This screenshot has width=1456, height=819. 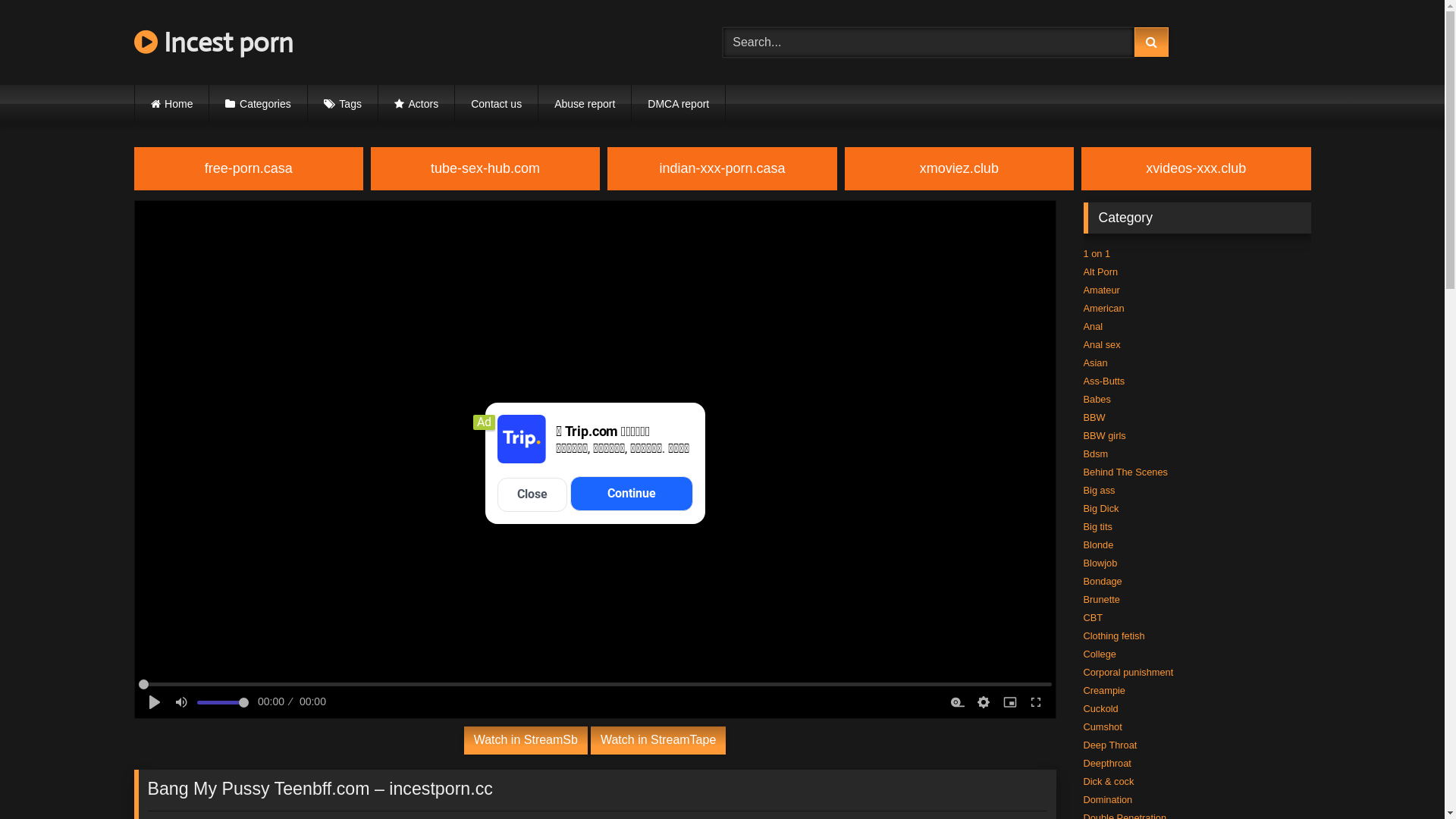 I want to click on 'Clothing fetish', so click(x=1113, y=635).